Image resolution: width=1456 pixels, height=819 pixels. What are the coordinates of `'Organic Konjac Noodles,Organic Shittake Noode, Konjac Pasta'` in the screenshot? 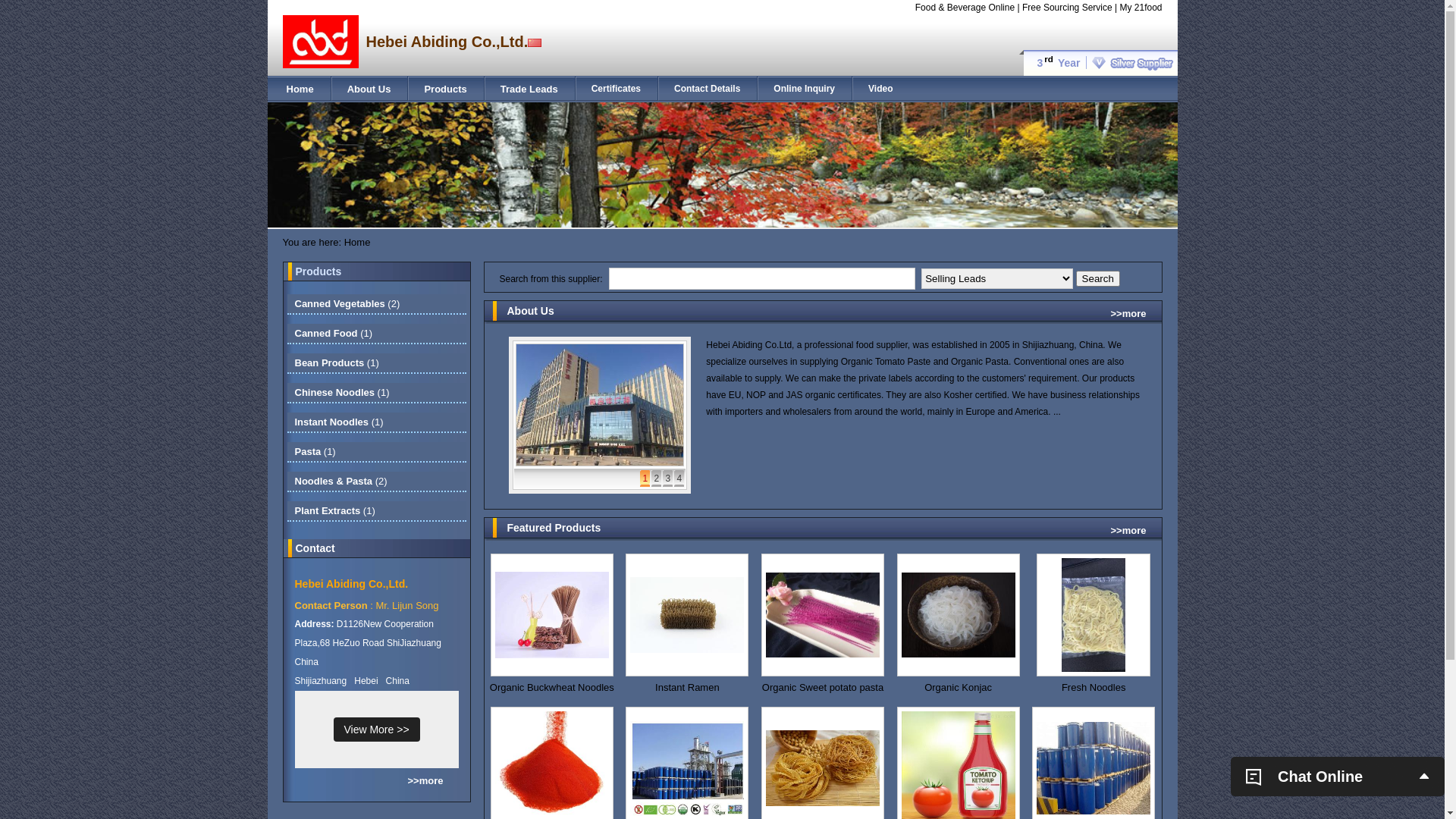 It's located at (957, 687).